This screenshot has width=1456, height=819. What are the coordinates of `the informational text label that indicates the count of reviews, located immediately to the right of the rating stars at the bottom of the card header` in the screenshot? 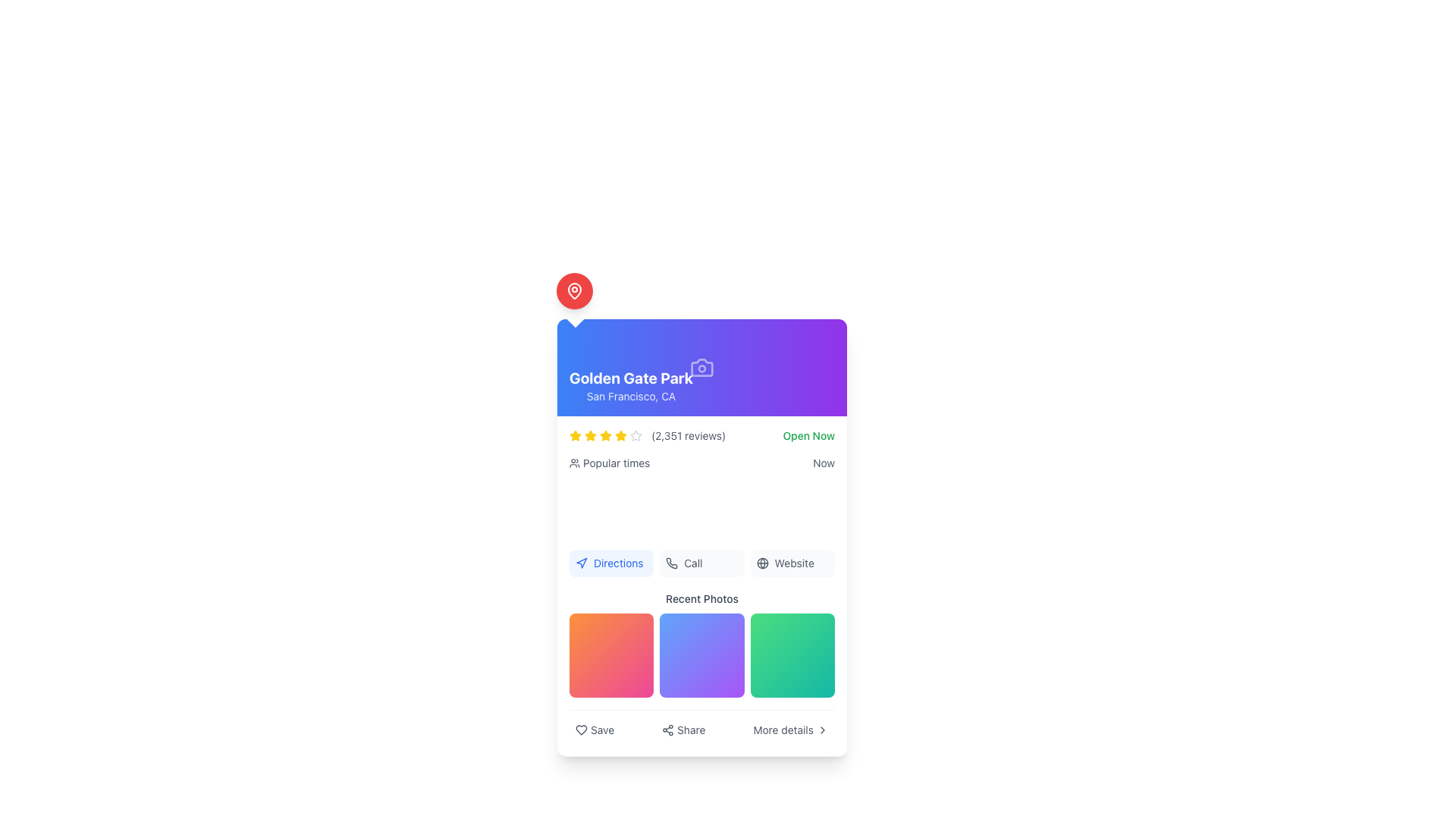 It's located at (648, 435).